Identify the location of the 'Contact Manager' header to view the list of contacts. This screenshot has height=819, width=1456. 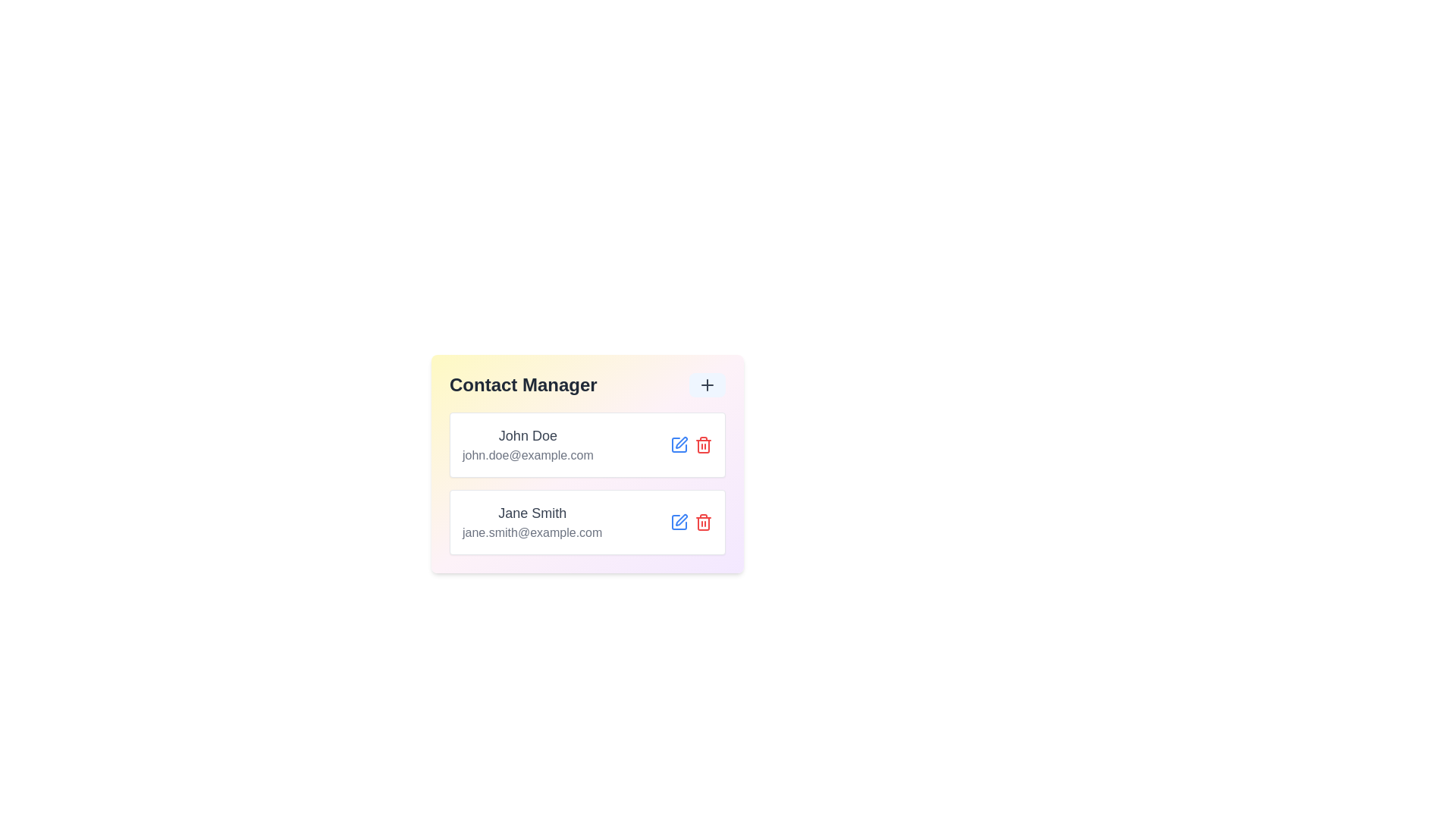
(523, 384).